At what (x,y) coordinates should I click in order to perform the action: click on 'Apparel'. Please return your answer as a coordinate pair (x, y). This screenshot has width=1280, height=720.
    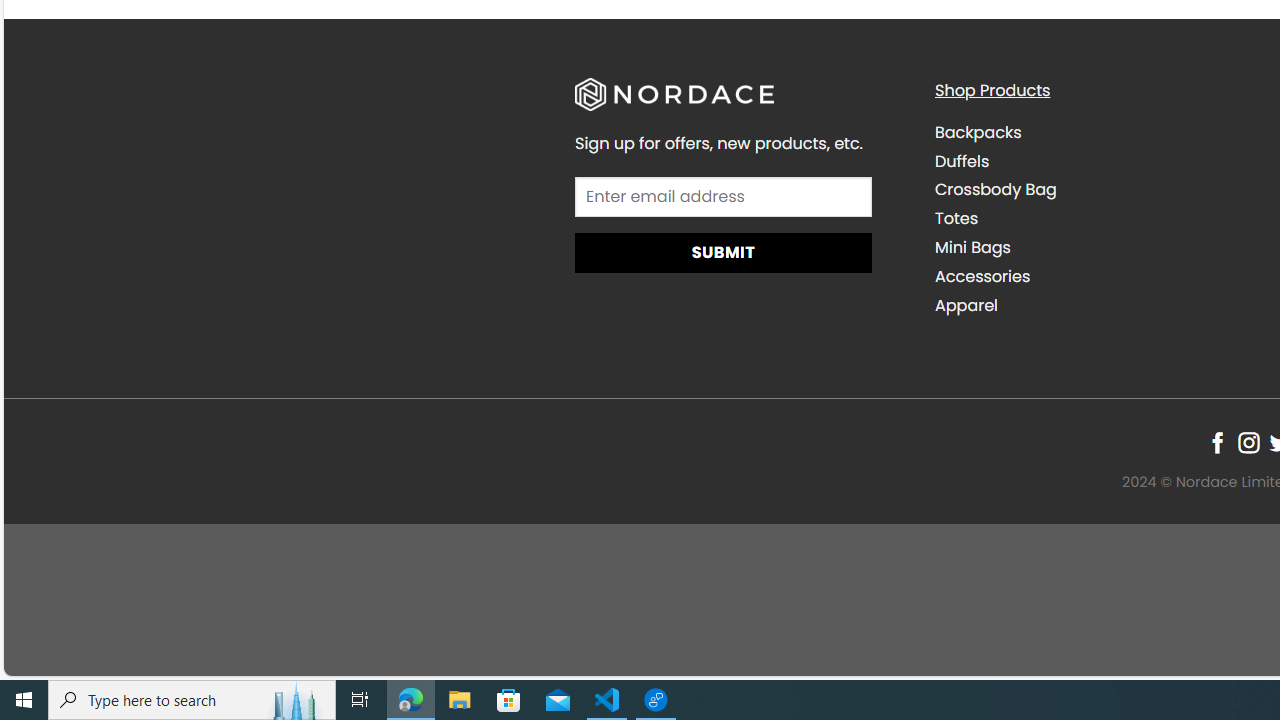
    Looking at the image, I should click on (1098, 305).